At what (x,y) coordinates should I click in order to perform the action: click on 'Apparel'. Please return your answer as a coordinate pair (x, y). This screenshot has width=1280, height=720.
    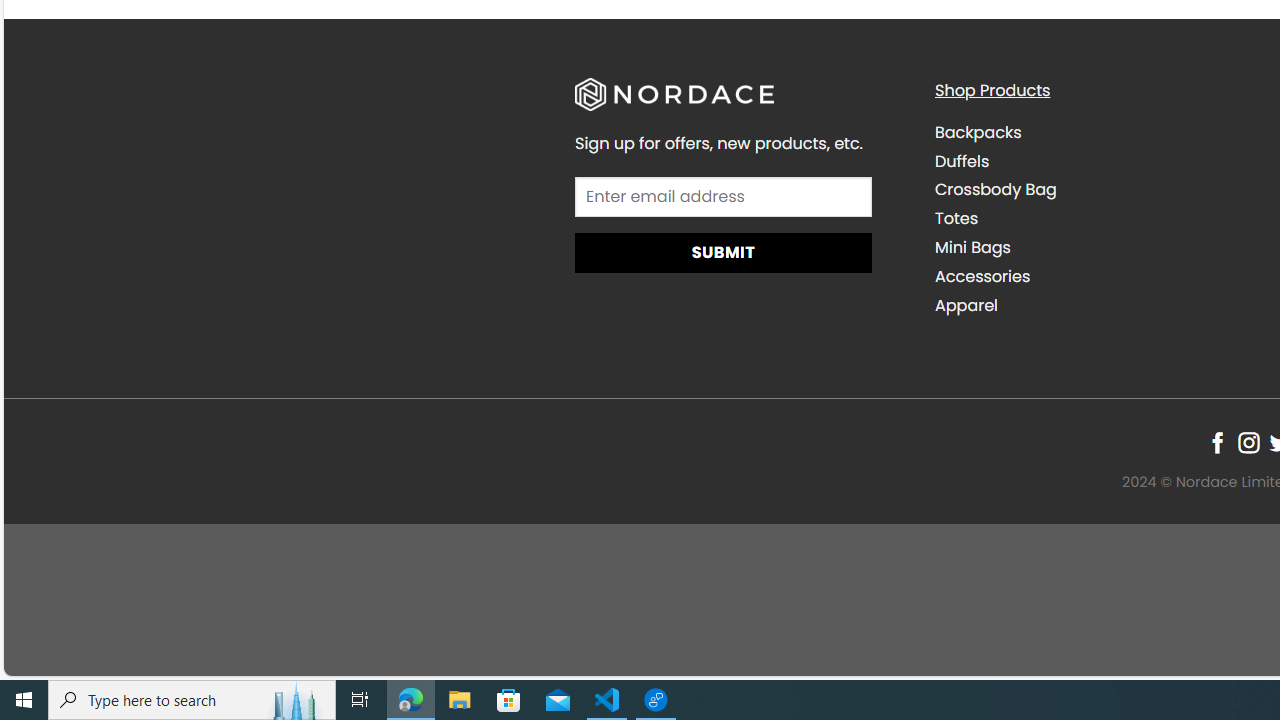
    Looking at the image, I should click on (1098, 305).